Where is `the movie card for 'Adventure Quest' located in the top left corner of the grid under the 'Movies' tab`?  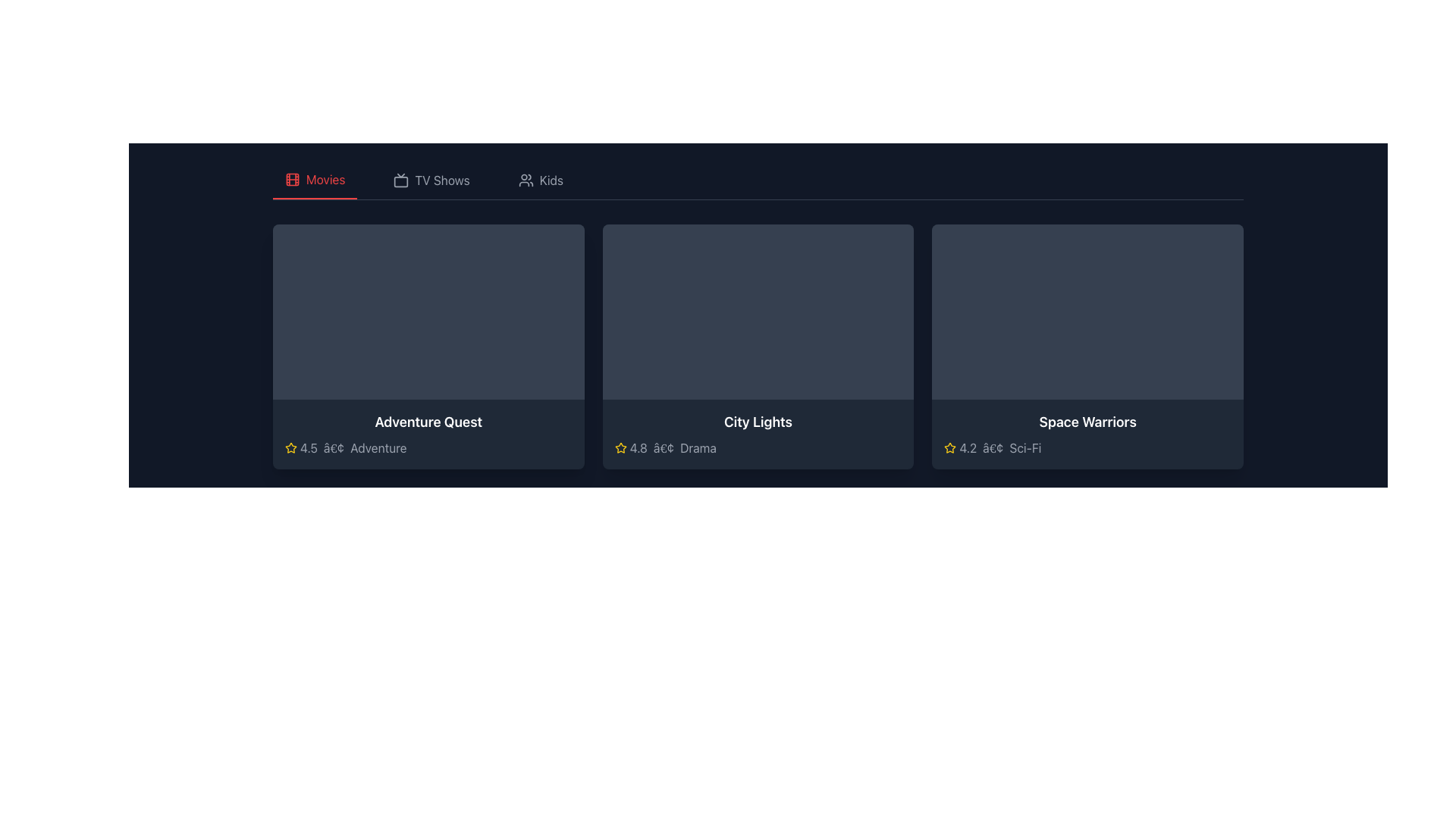
the movie card for 'Adventure Quest' located in the top left corner of the grid under the 'Movies' tab is located at coordinates (428, 347).